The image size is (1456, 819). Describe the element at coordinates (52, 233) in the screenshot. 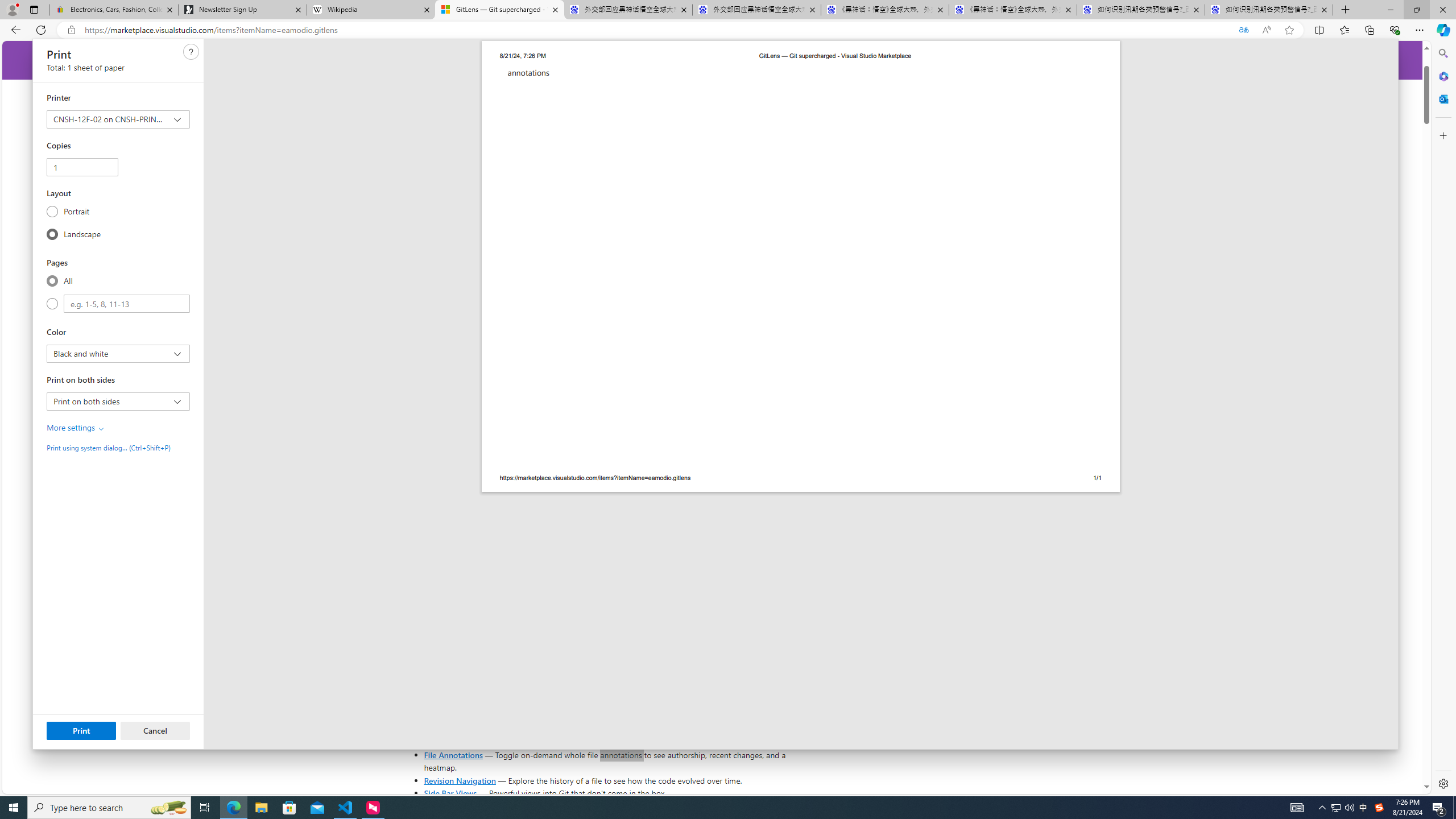

I see `'Landscape'` at that location.